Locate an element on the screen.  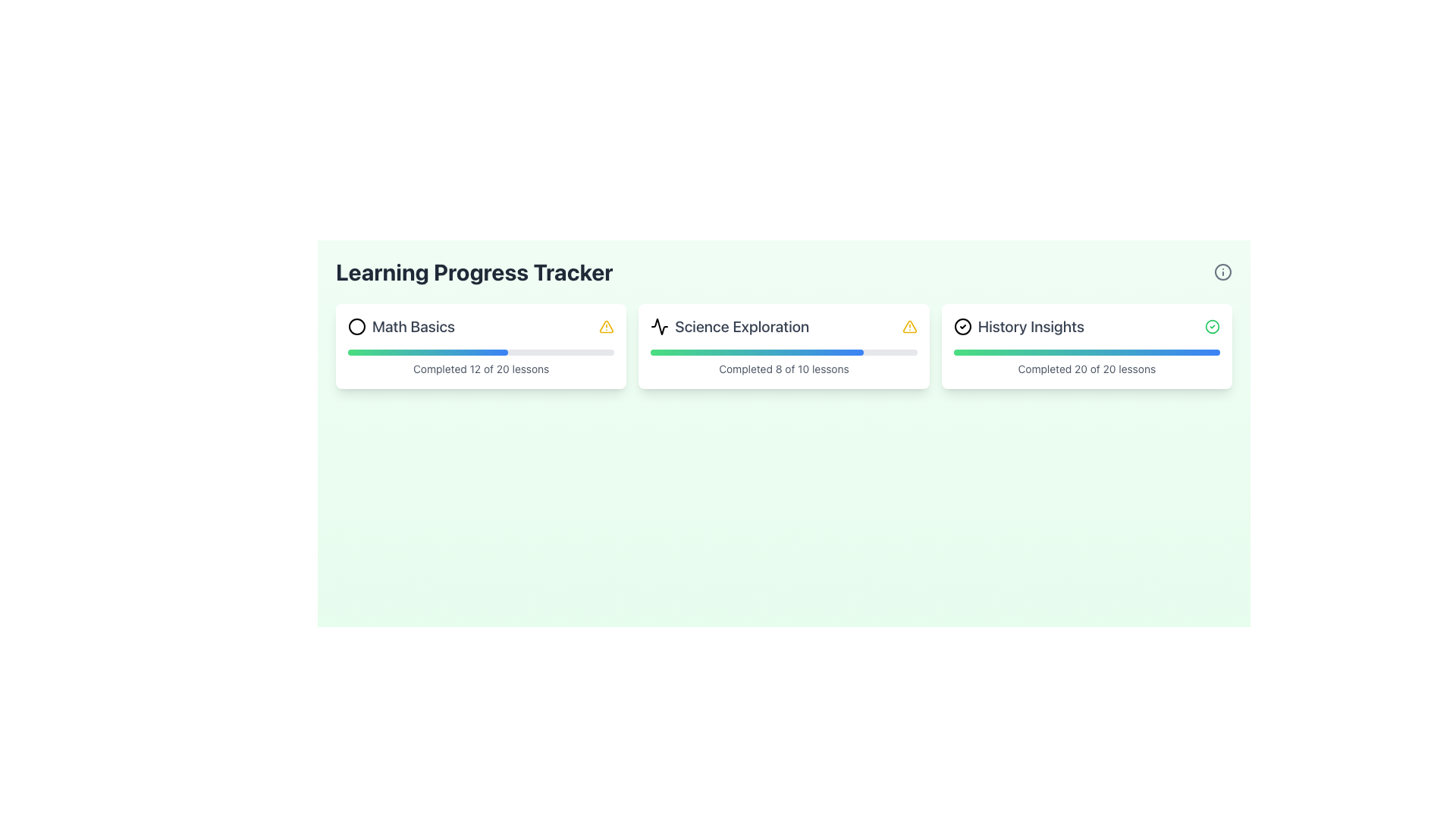
the circular gray info/help icon located in the upper-right corner of the Learning Progress Tracker section is located at coordinates (1222, 271).